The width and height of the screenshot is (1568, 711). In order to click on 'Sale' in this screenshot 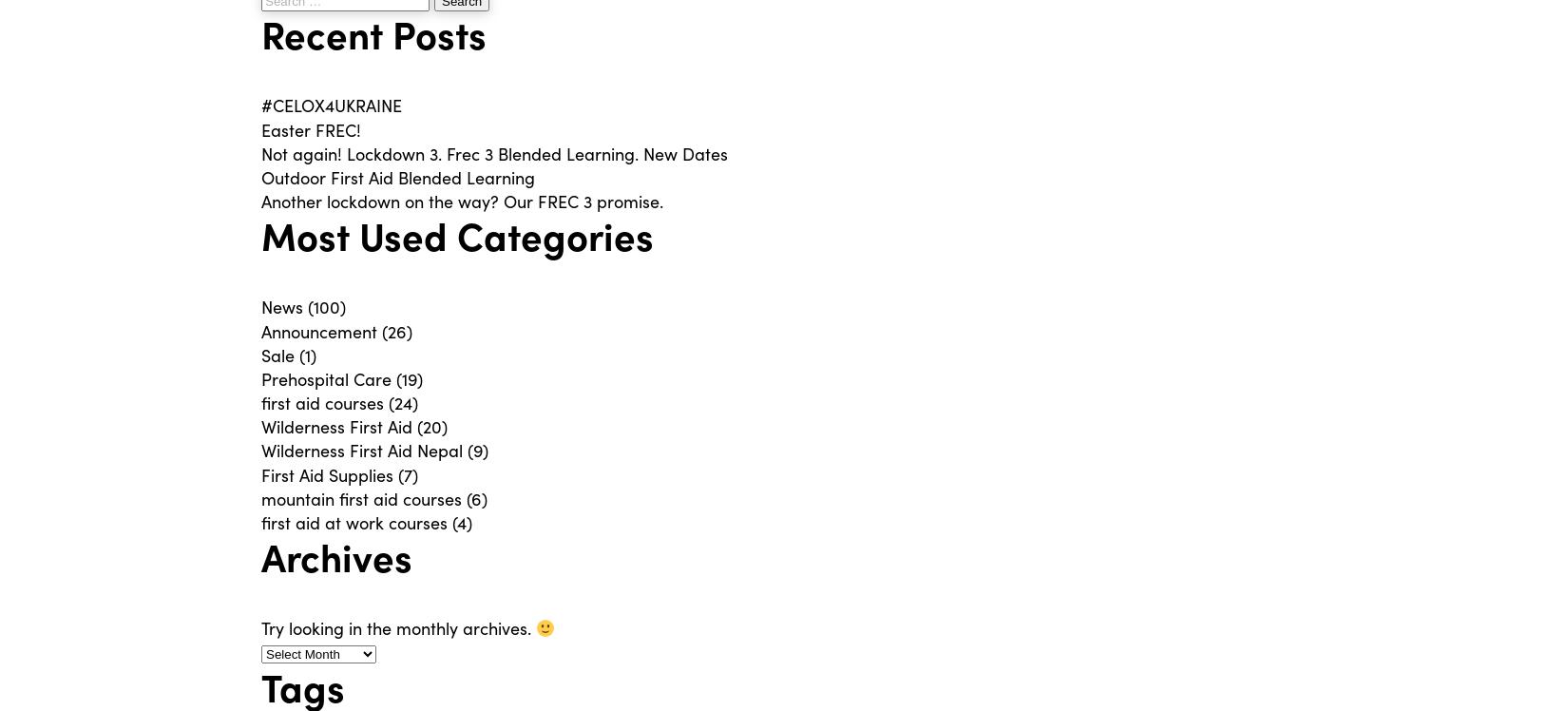, I will do `click(277, 353)`.